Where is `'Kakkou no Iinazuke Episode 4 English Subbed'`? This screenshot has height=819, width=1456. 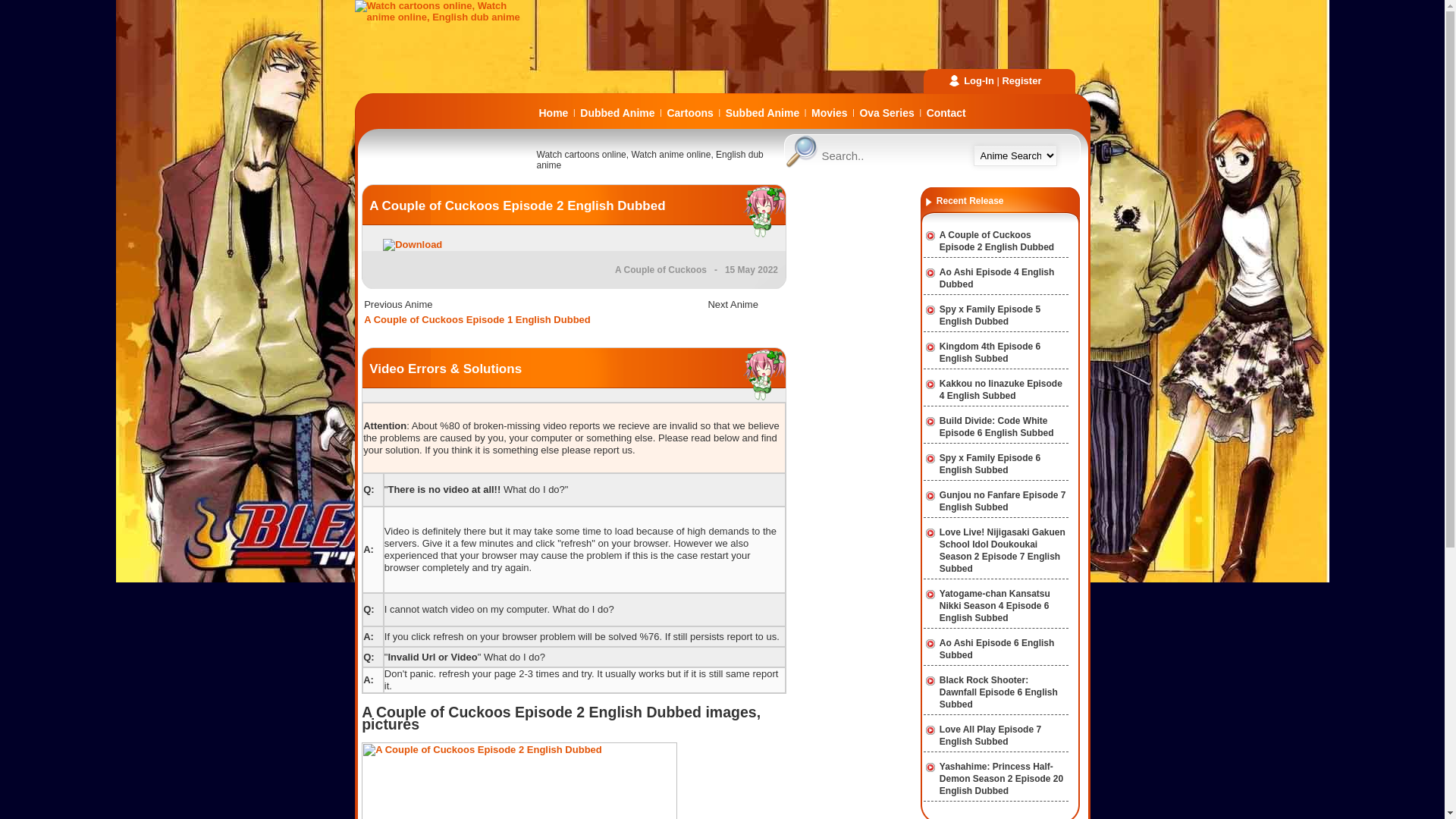 'Kakkou no Iinazuke Episode 4 English Subbed' is located at coordinates (938, 388).